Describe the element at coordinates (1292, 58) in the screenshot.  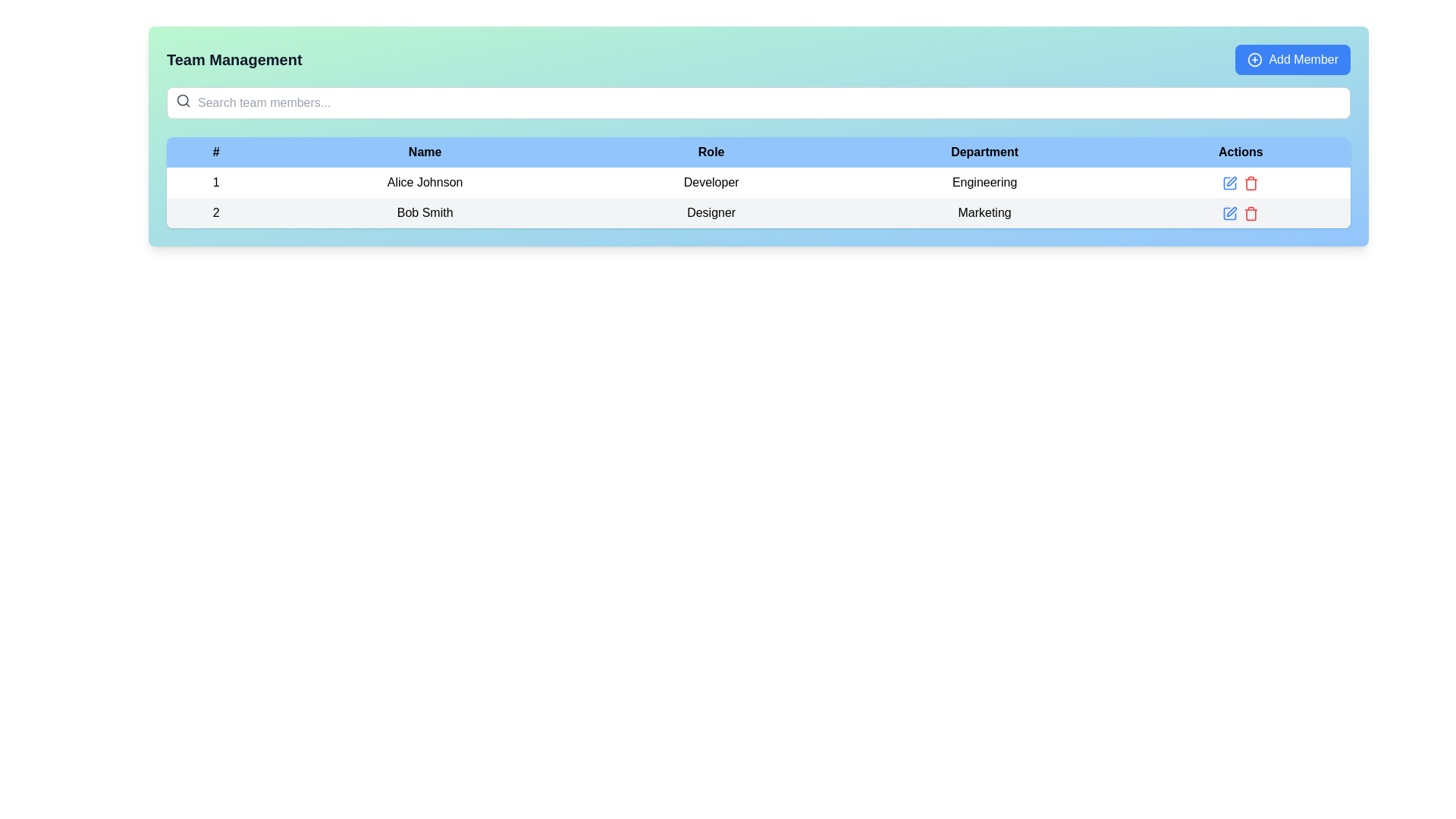
I see `the 'Add Member' button, which has a blue background, white text, and a plus icon` at that location.